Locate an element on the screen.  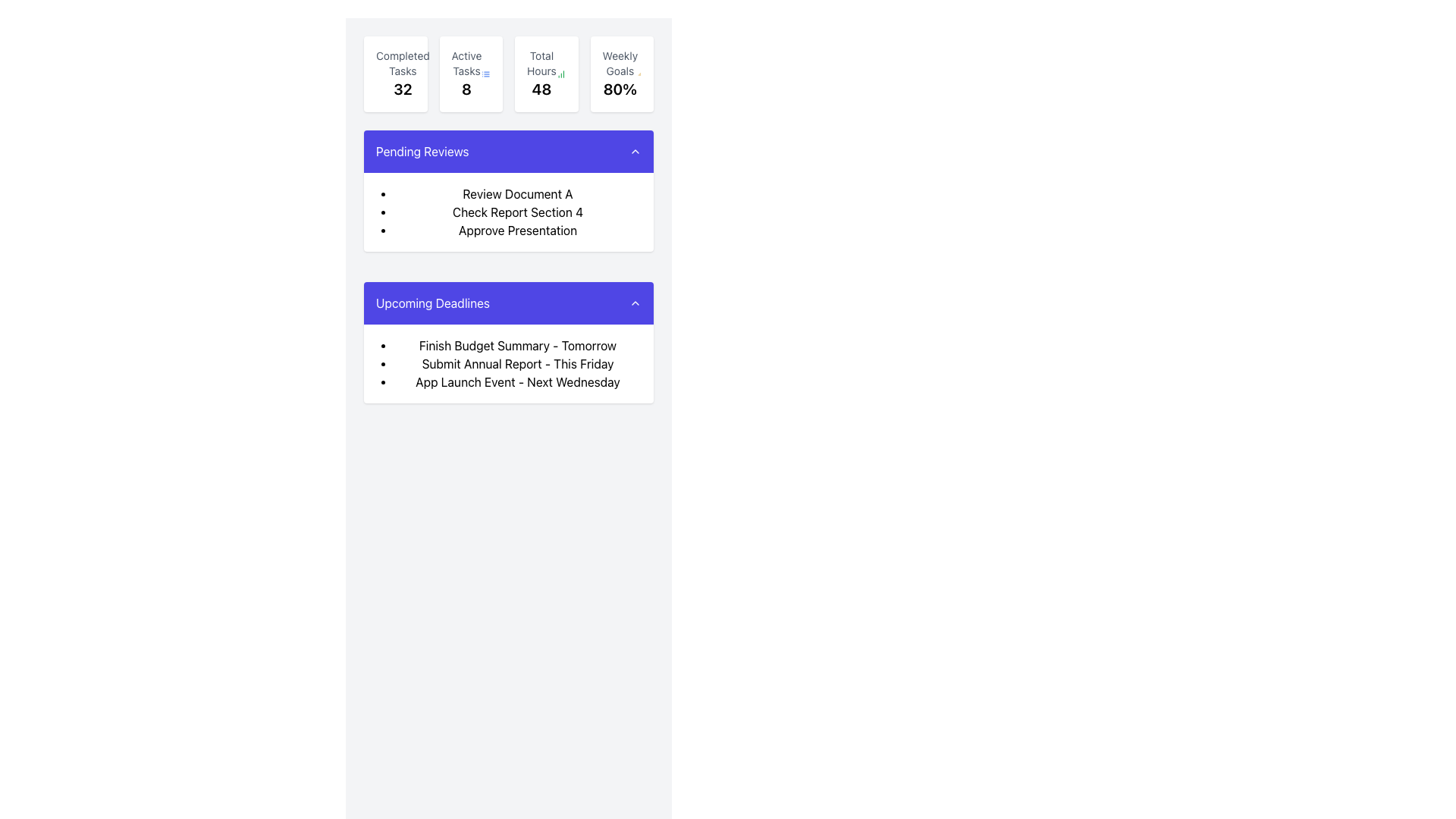
the 'Completed Tasks' summary card which displays the number '32' and the title in gray above it is located at coordinates (403, 74).